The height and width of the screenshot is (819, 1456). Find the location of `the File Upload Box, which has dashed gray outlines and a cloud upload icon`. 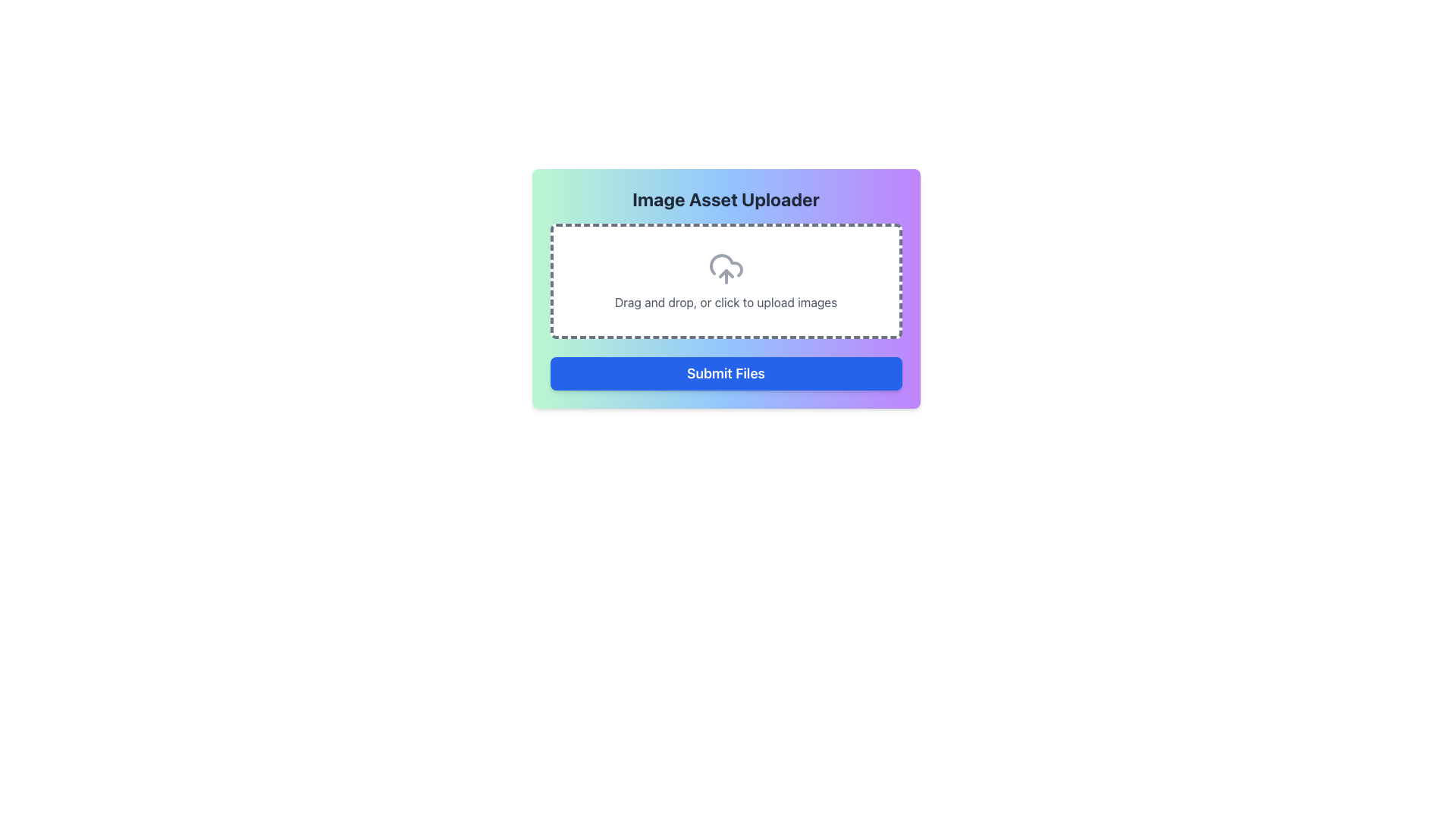

the File Upload Box, which has dashed gray outlines and a cloud upload icon is located at coordinates (725, 281).